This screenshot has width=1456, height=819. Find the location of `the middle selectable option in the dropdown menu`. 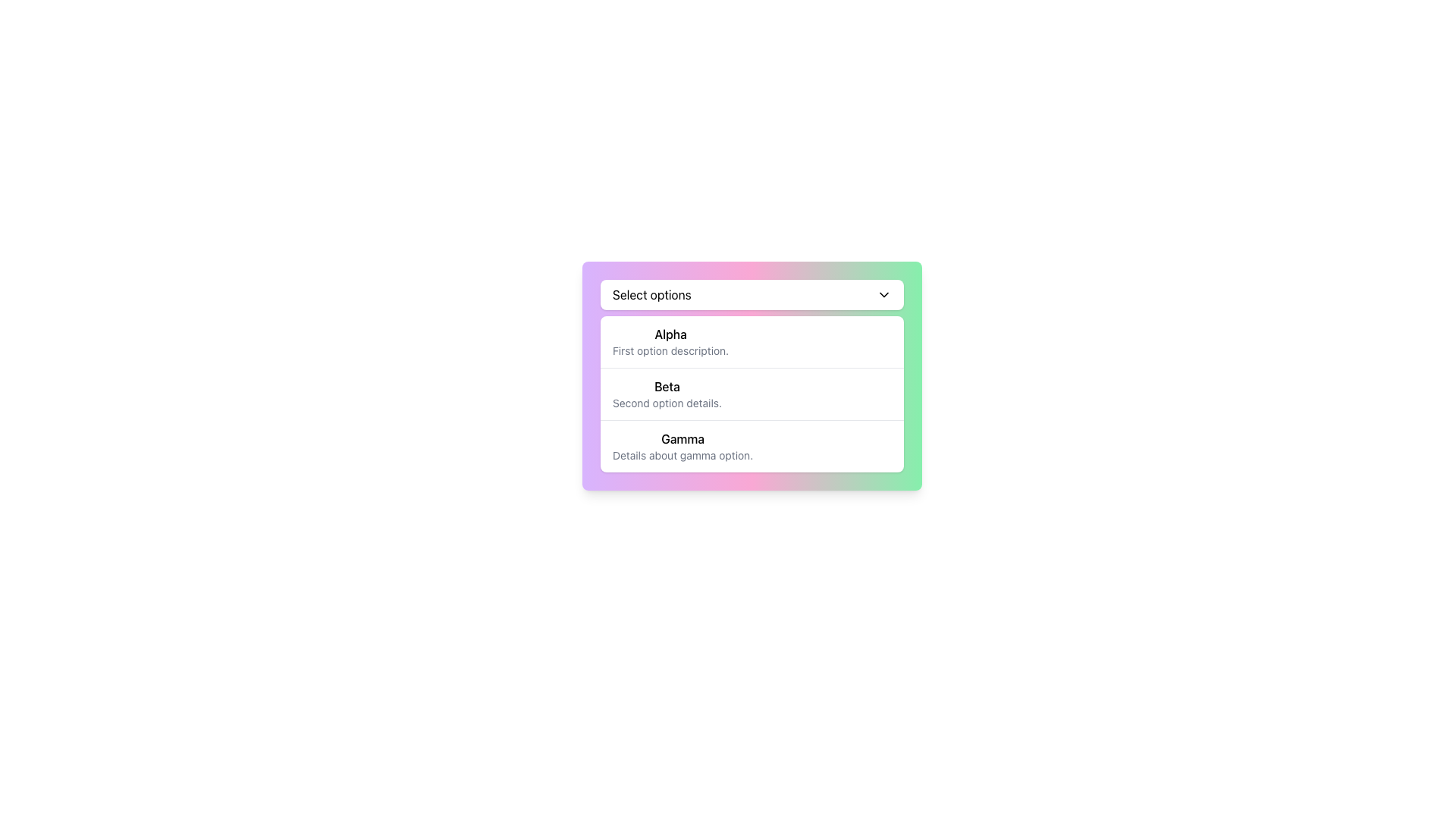

the middle selectable option in the dropdown menu is located at coordinates (752, 375).